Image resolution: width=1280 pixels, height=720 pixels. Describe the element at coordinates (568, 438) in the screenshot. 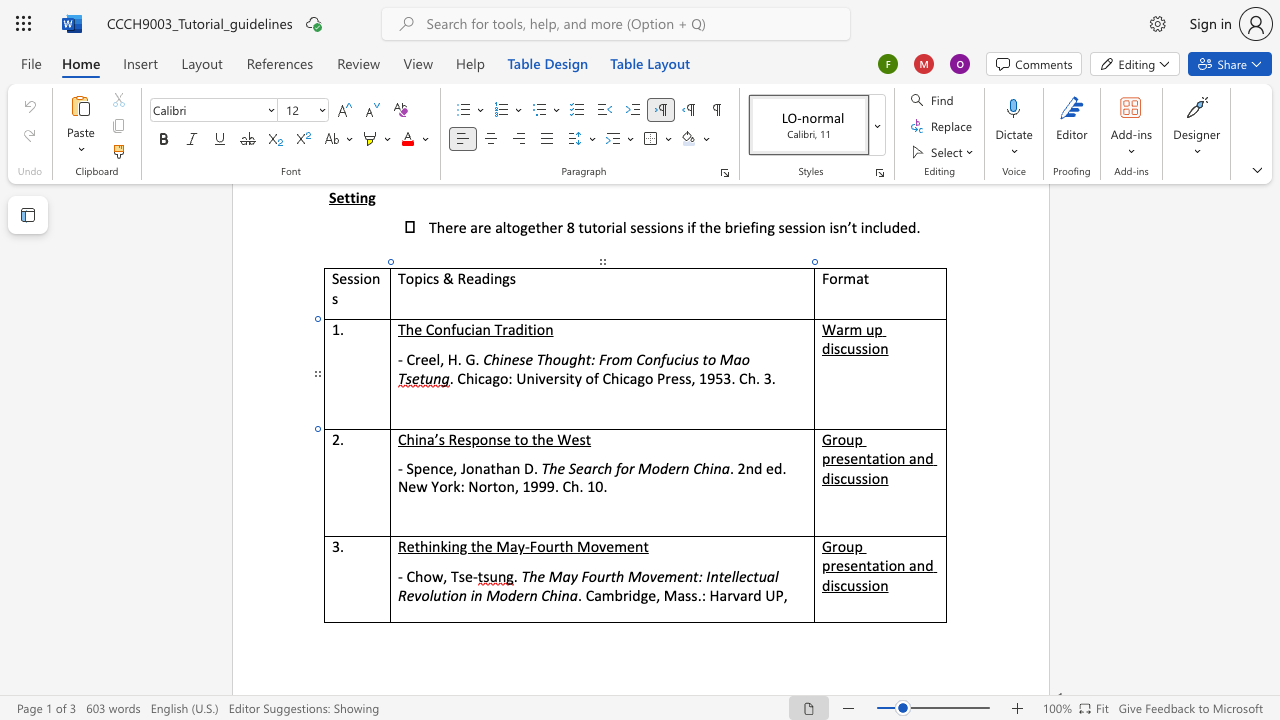

I see `the space between the continuous character "W" and "e" in the text` at that location.